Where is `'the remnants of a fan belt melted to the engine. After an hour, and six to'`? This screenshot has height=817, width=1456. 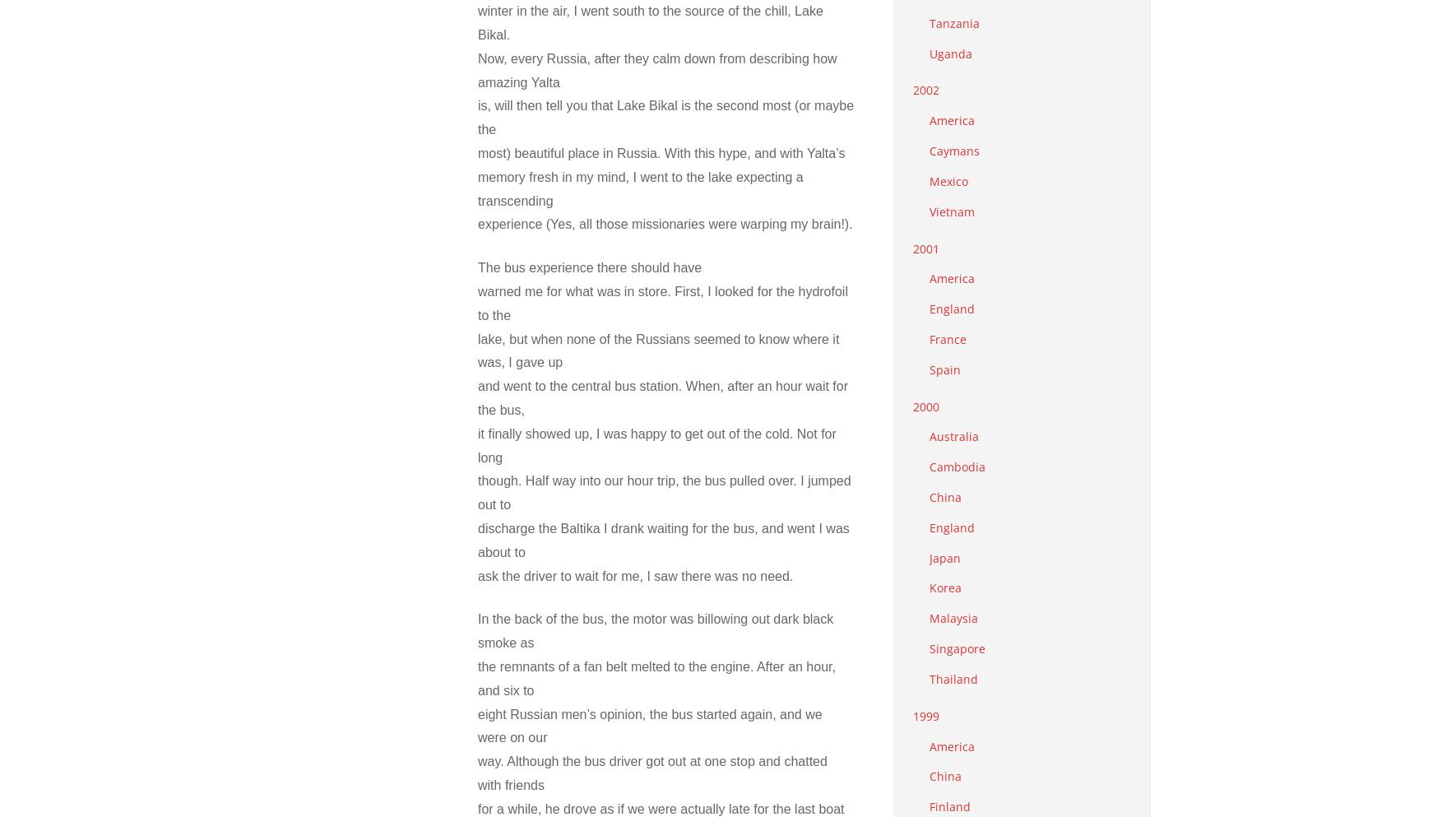
'the remnants of a fan belt melted to the engine. After an hour, and six to' is located at coordinates (656, 677).